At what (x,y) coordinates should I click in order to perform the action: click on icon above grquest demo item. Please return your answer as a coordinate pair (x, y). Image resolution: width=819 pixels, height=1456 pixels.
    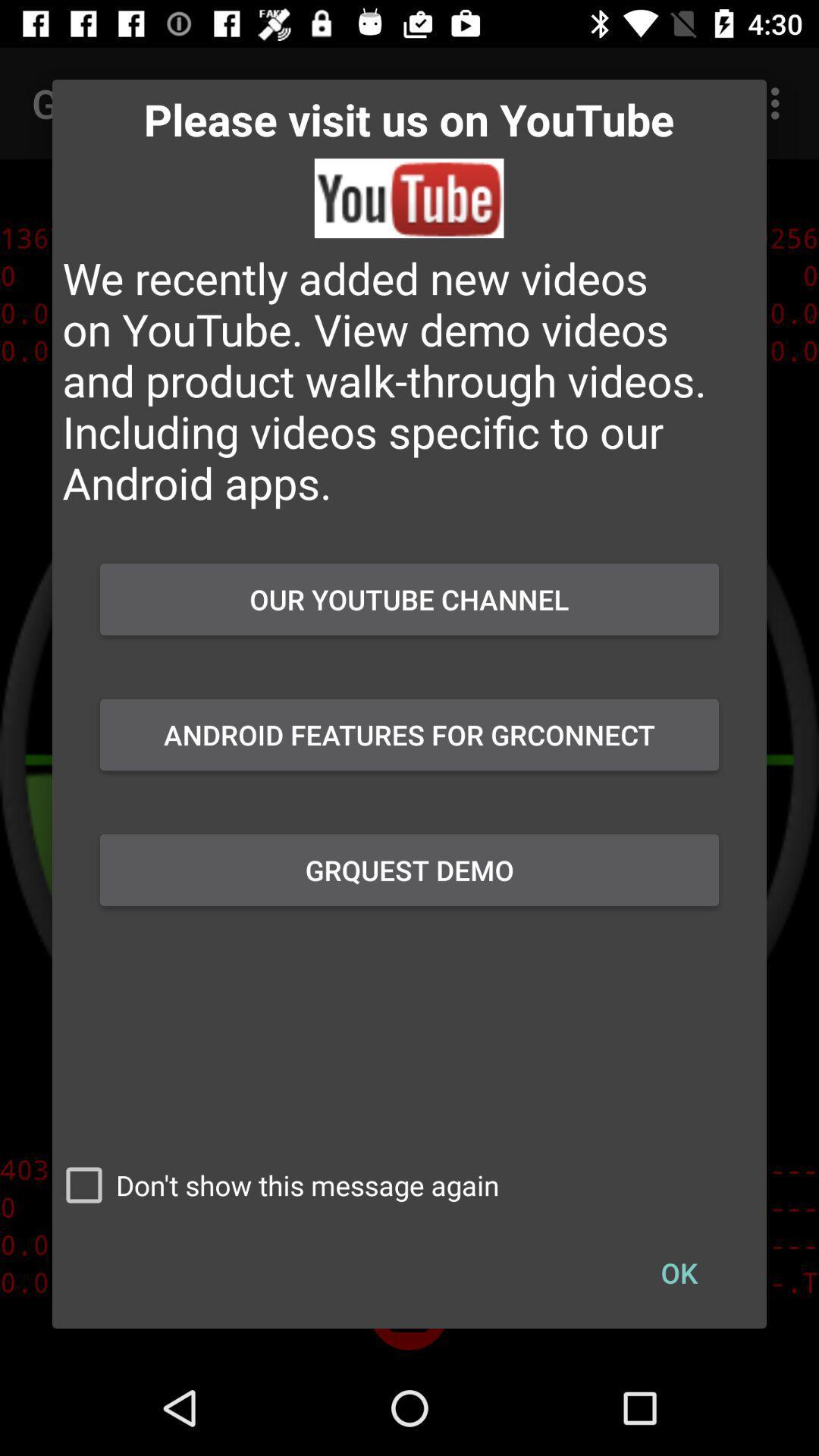
    Looking at the image, I should click on (409, 735).